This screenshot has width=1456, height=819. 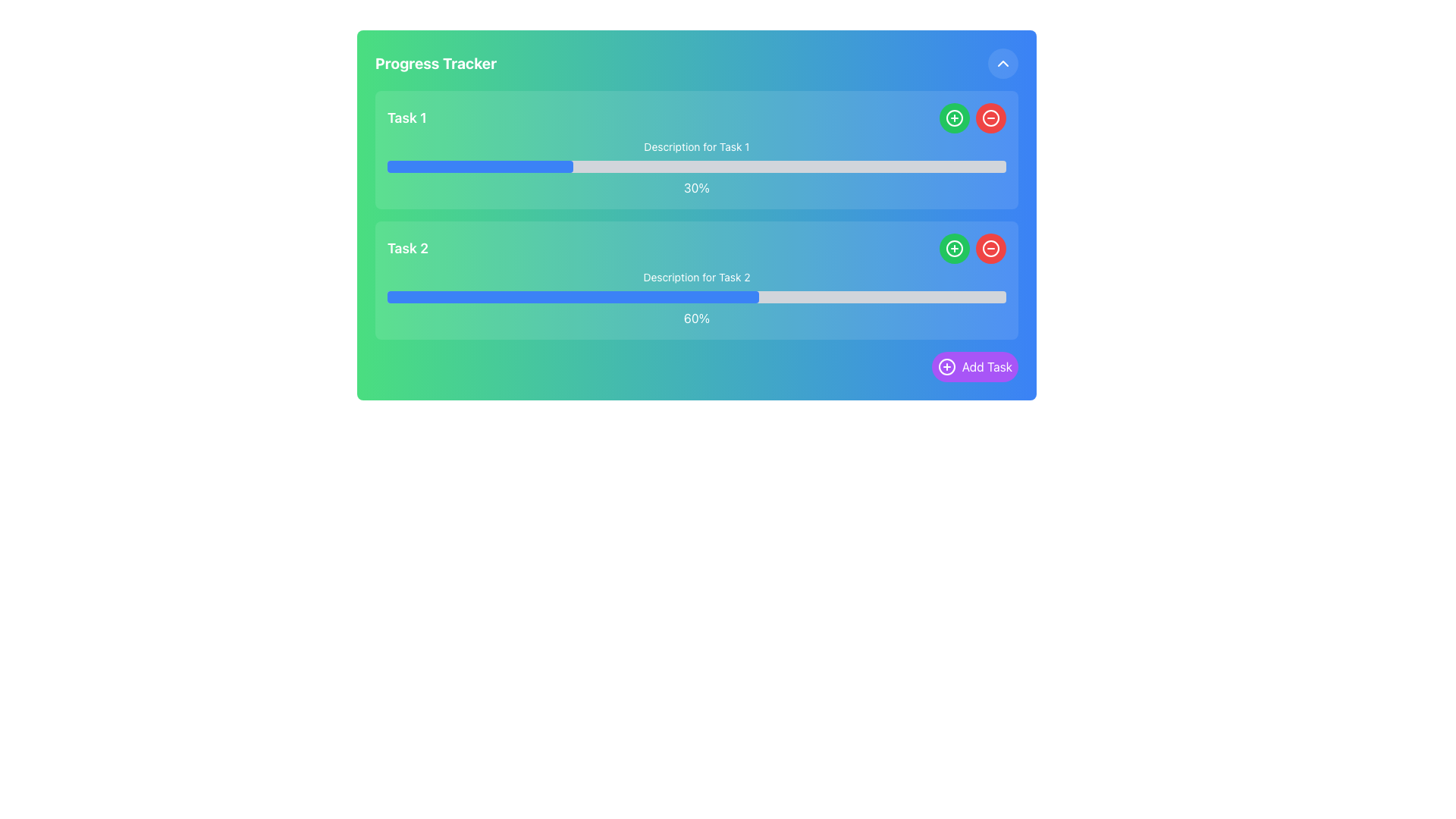 I want to click on the red circular button with a white minus sign at the far right of the task's row to initiate the removal of the task, so click(x=990, y=247).